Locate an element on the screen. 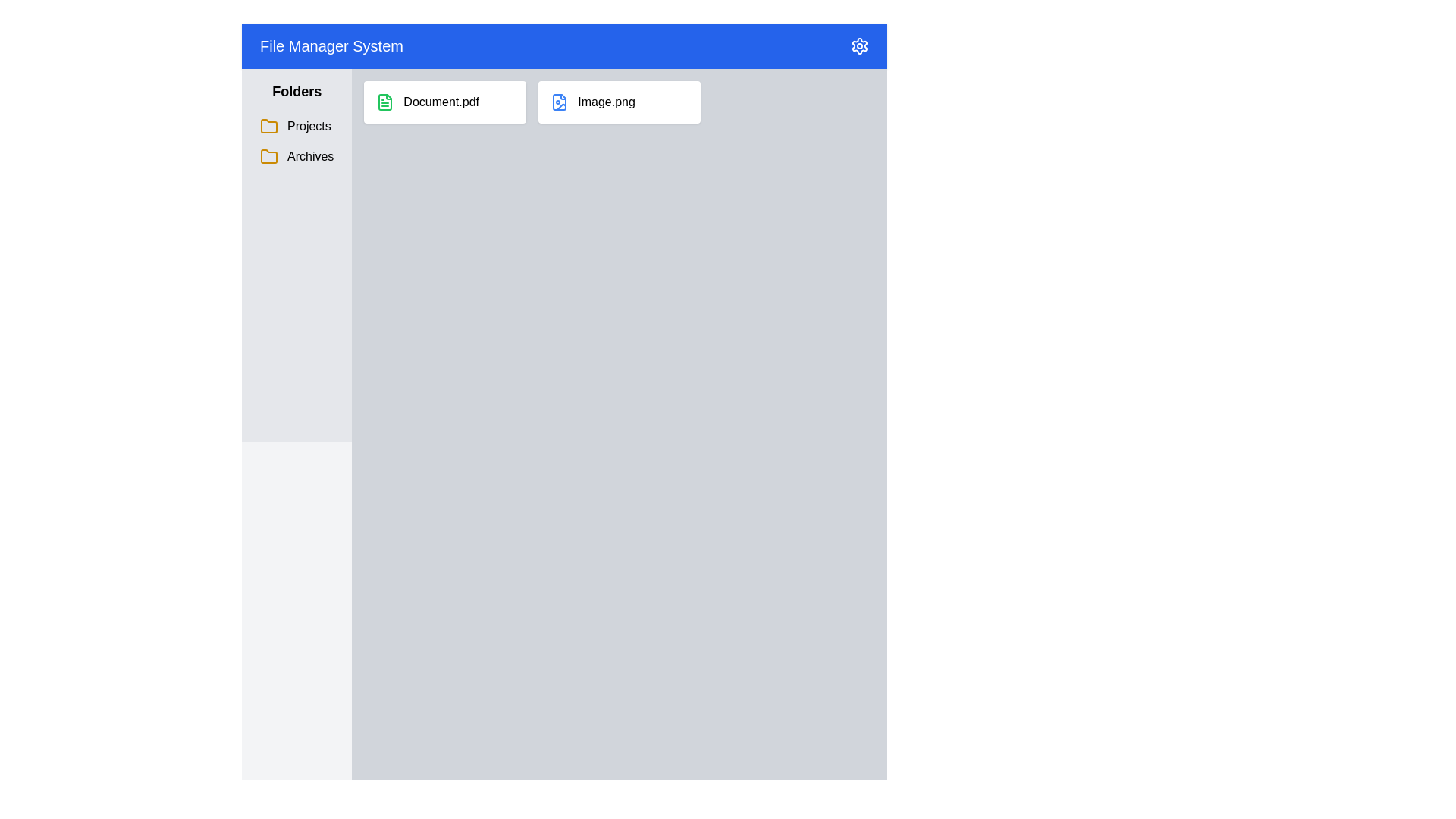  the 'Projects' text label is located at coordinates (308, 125).